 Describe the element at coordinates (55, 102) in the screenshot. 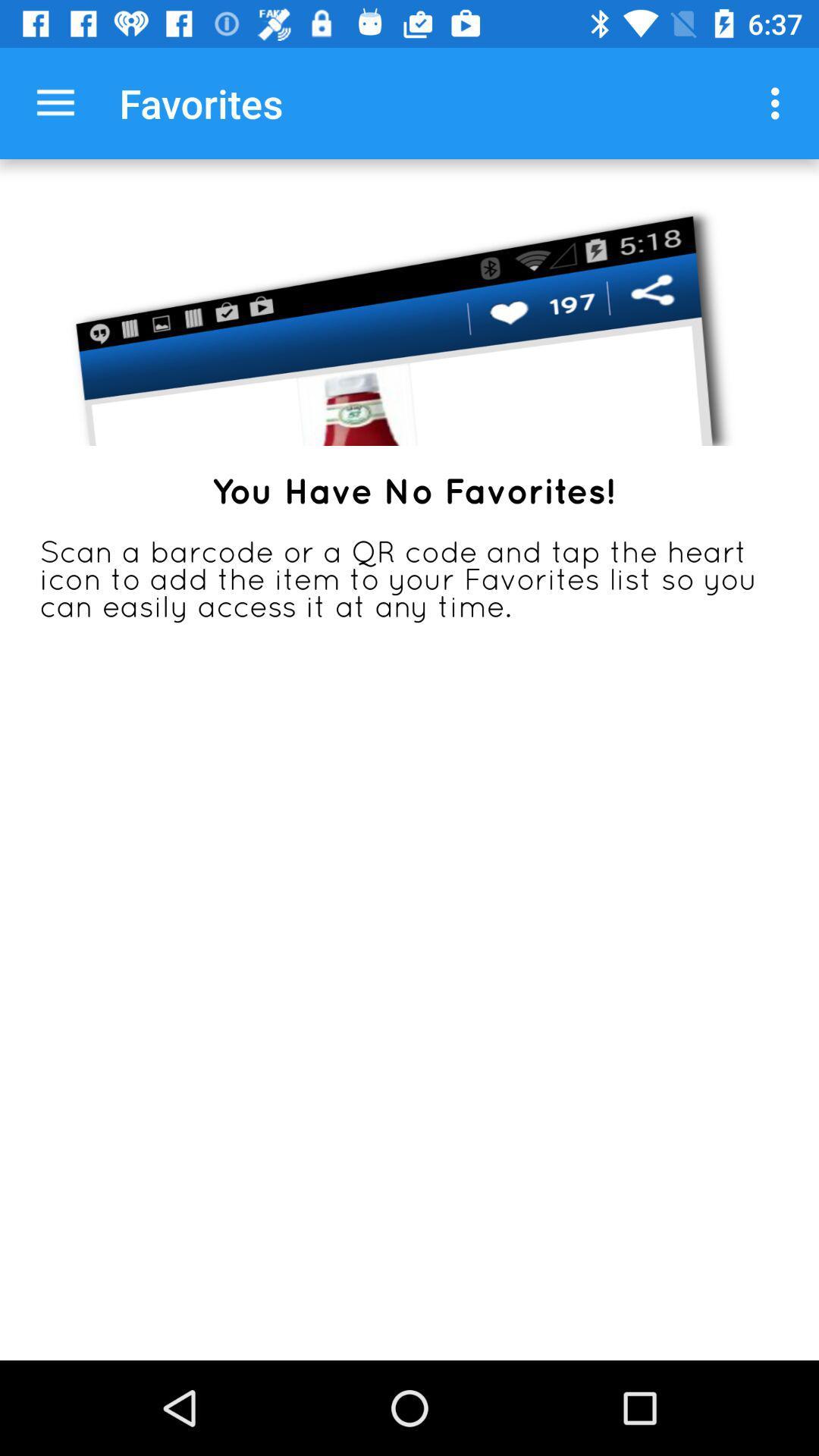

I see `the item next to the favorites item` at that location.